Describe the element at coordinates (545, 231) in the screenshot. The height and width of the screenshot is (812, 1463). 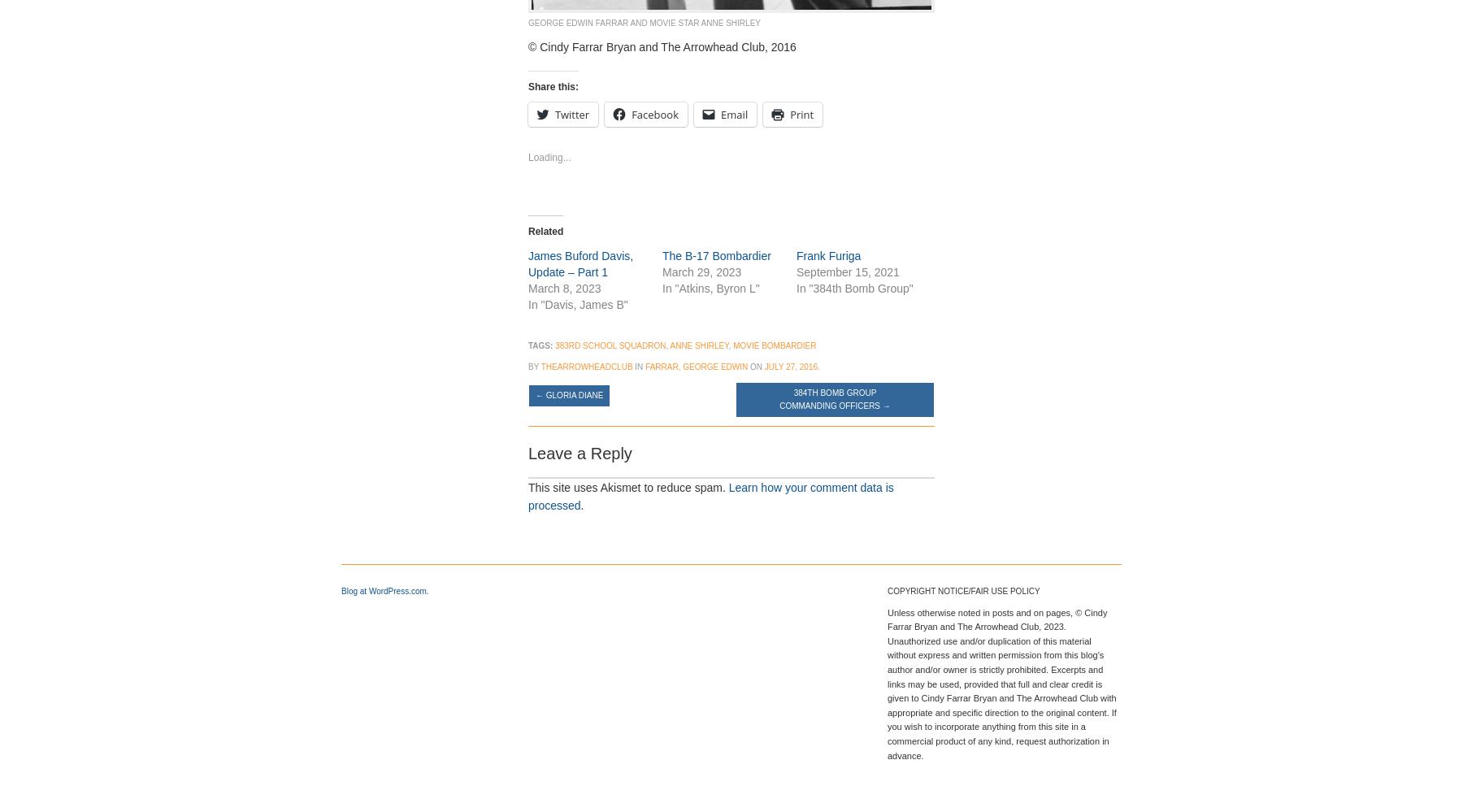
I see `'Related'` at that location.